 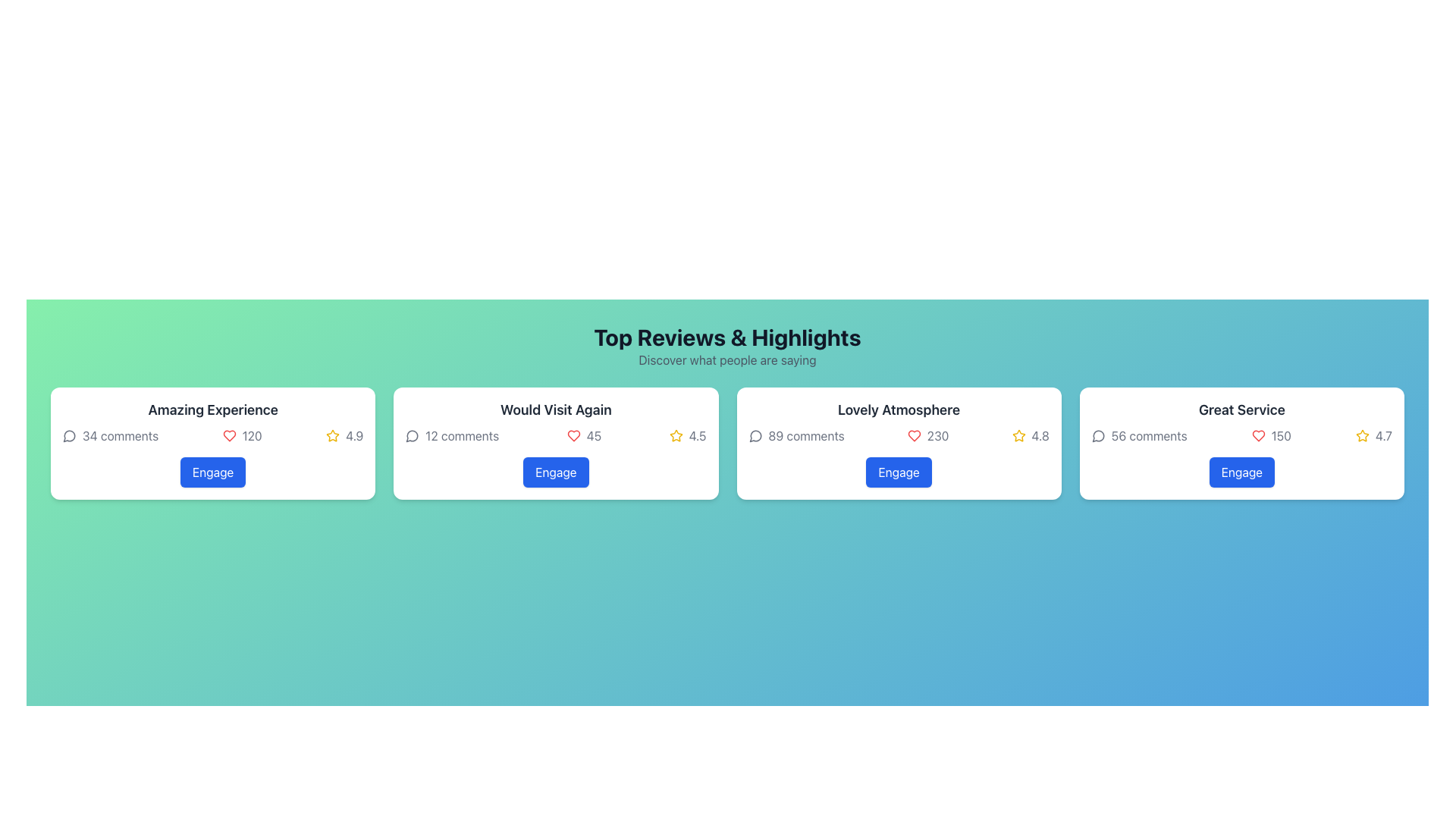 What do you see at coordinates (451, 435) in the screenshot?
I see `the text element displaying '12 comments' styled in gray, located below the title 'Would Visit Again' on the central card interface` at bounding box center [451, 435].